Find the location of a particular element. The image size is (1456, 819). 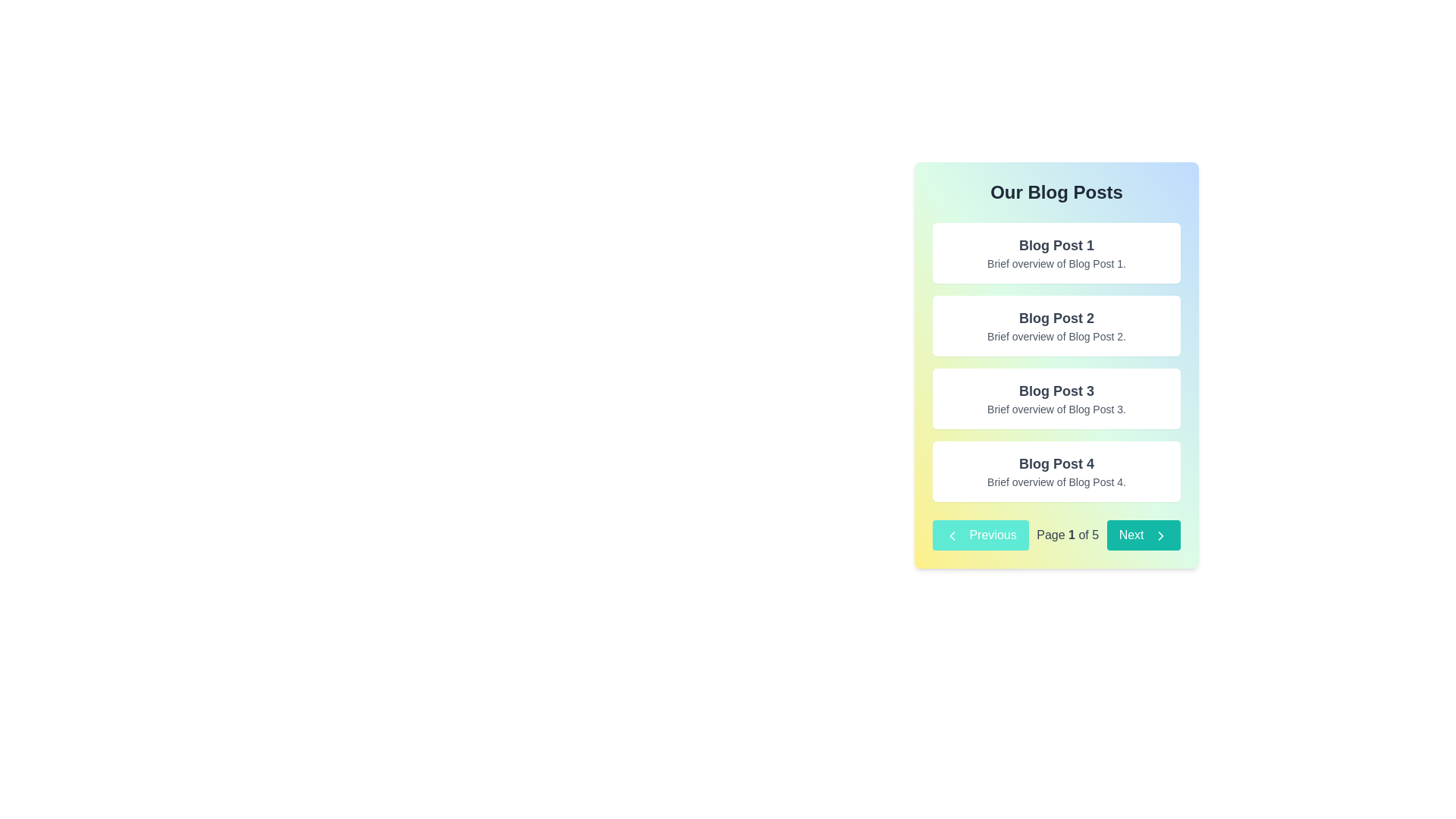

the text snippet reading 'Brief overview of Blog Post 1.' located directly below the bold title 'Blog Post 1' in the first blog post entry is located at coordinates (1056, 262).